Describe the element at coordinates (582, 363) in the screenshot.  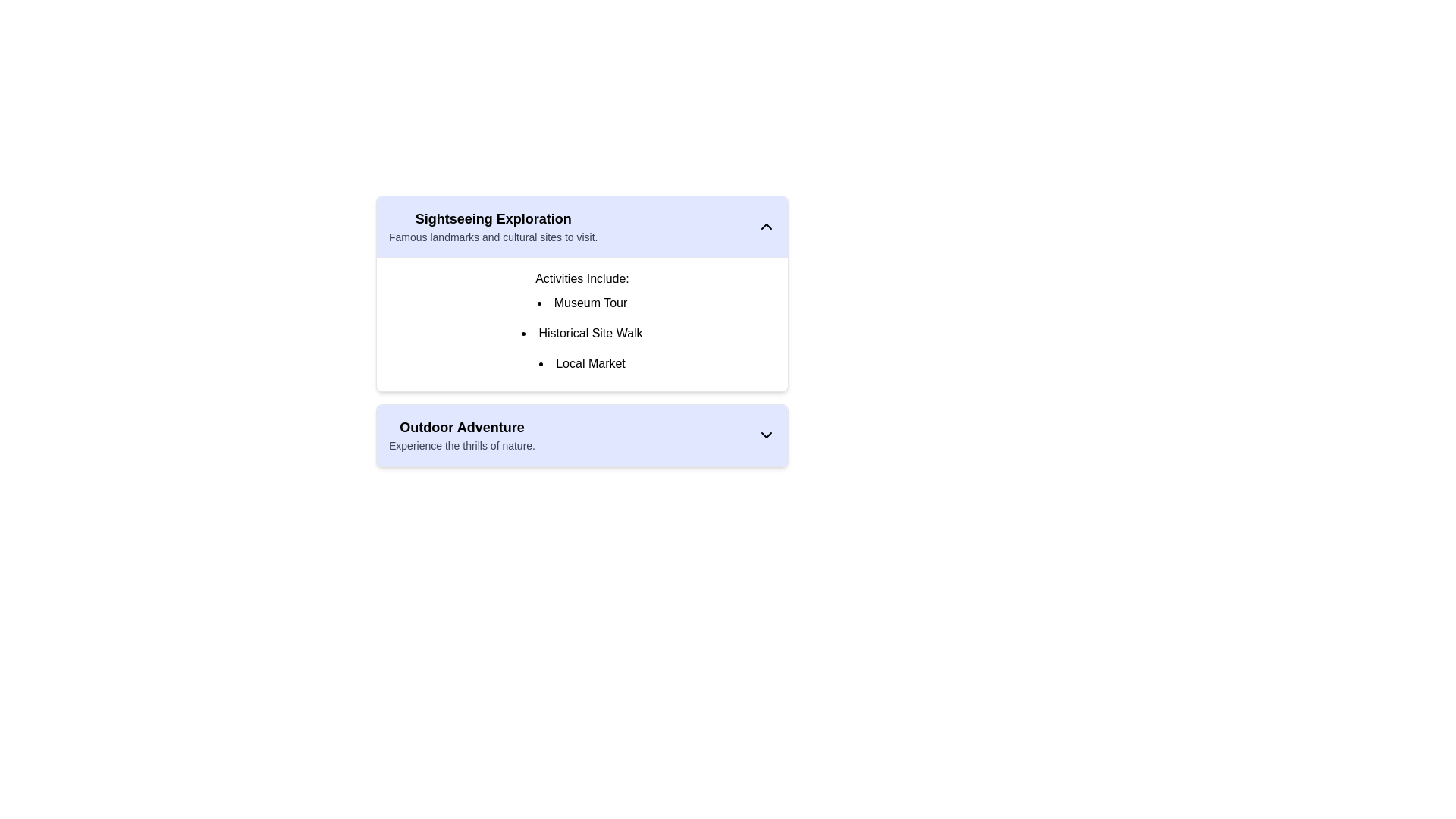
I see `text of the list item labeled 'Local Market,' which is the third item in the vertical list under the section 'Activities Include.'` at that location.